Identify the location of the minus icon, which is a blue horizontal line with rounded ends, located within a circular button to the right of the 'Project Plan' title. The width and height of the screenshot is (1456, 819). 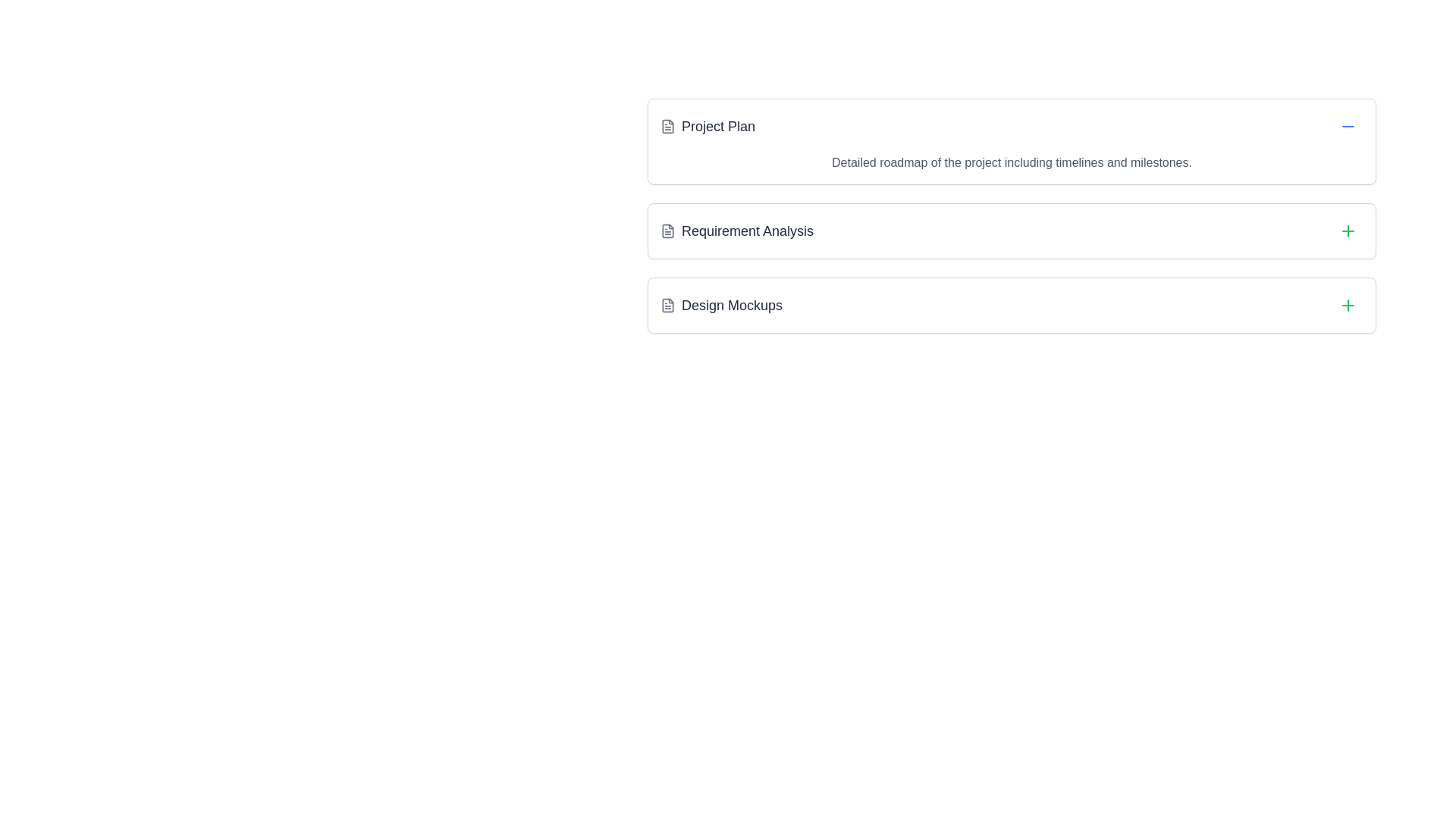
(1348, 125).